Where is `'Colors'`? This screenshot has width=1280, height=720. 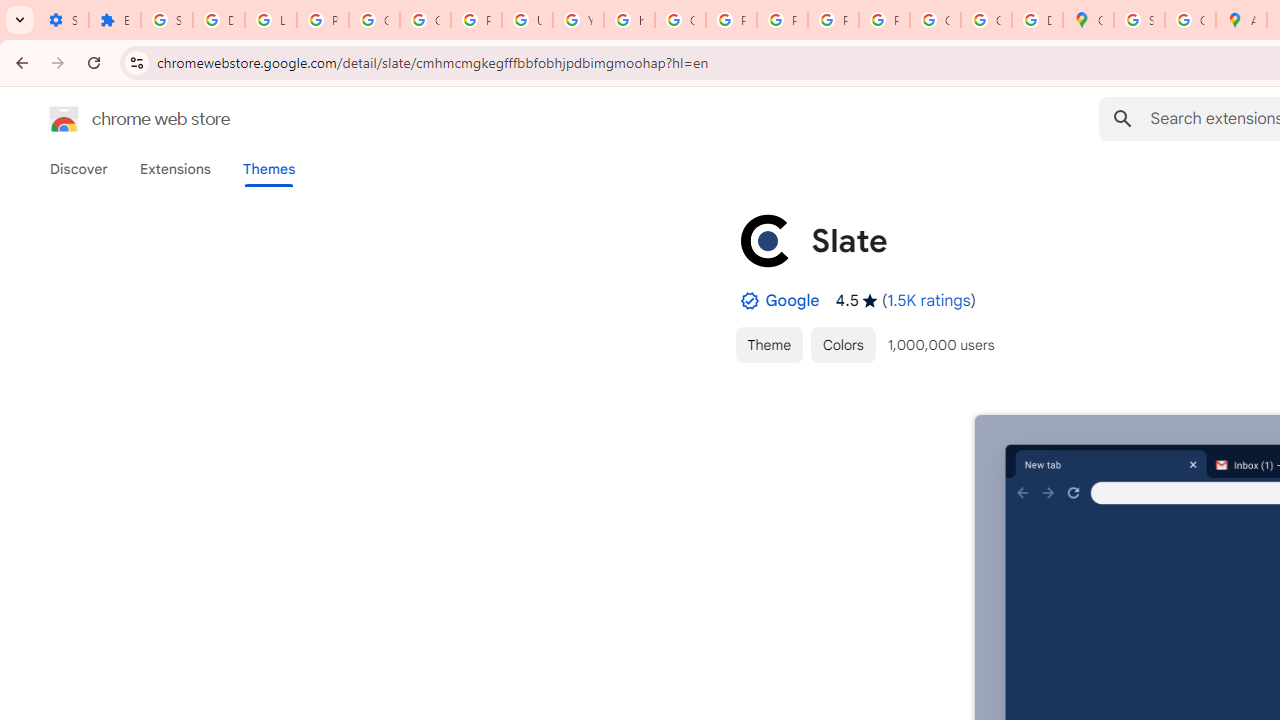 'Colors' is located at coordinates (843, 343).